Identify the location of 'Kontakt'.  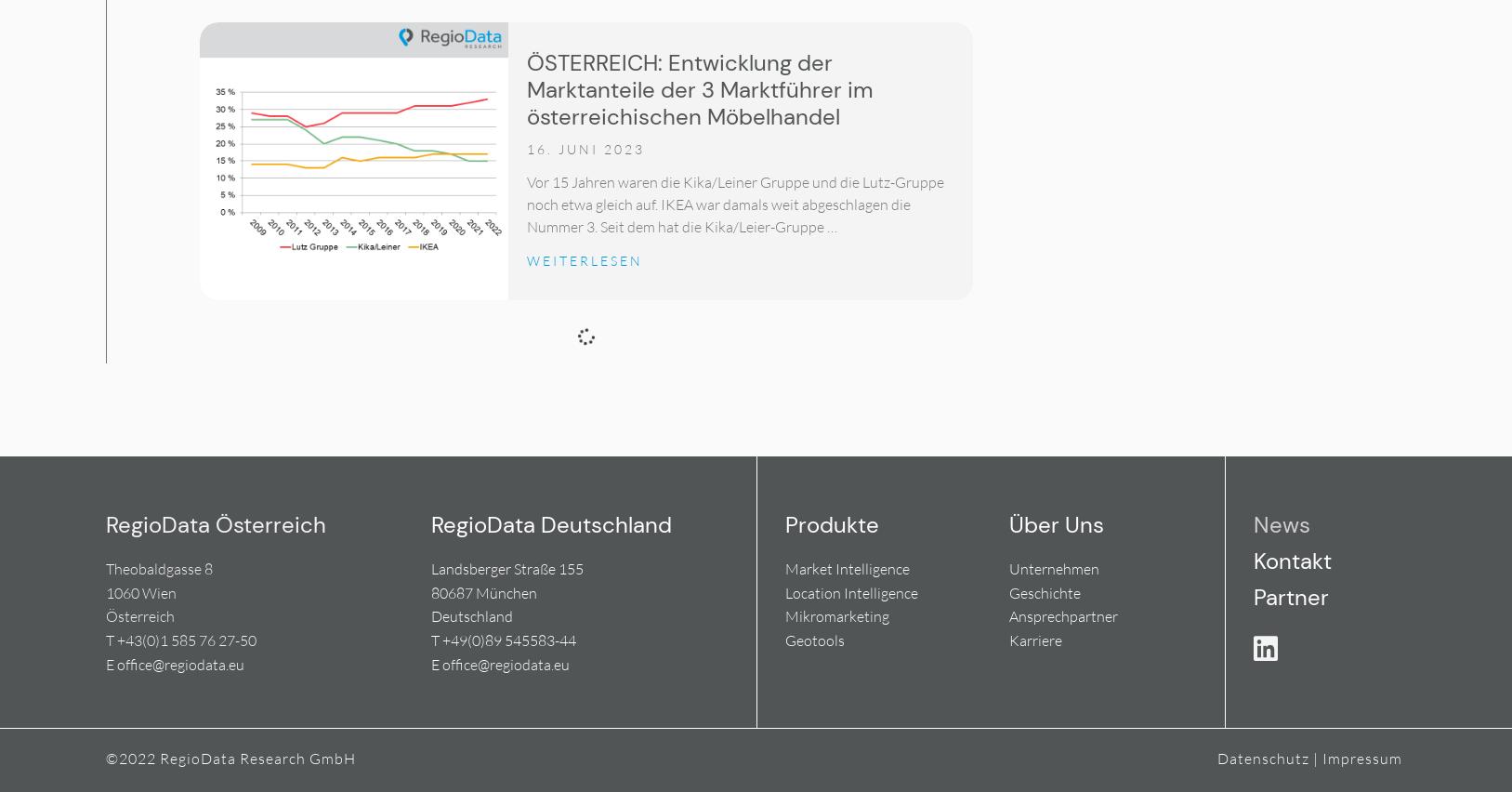
(1291, 560).